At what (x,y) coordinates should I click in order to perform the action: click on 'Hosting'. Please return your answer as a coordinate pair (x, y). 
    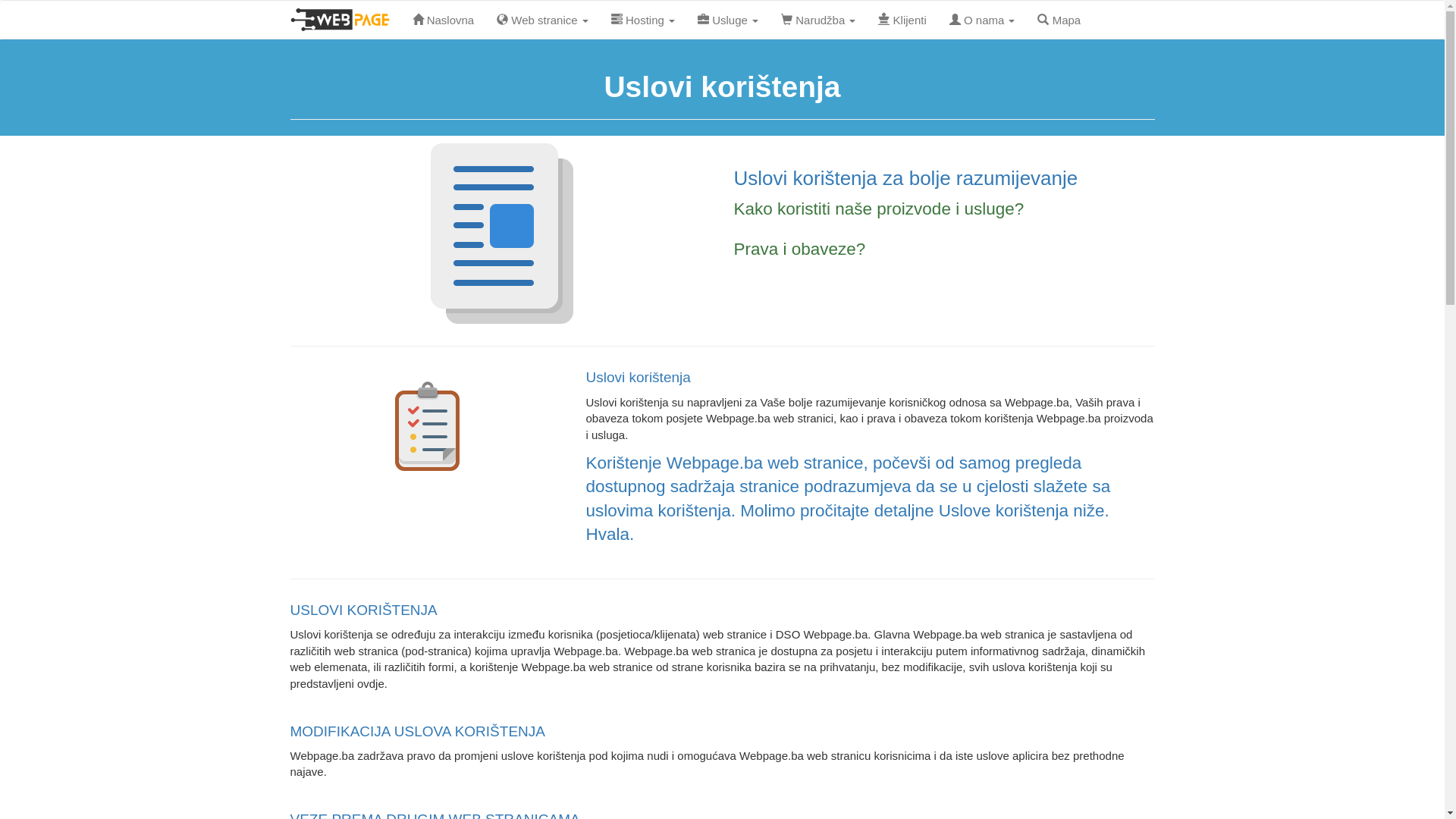
    Looking at the image, I should click on (643, 20).